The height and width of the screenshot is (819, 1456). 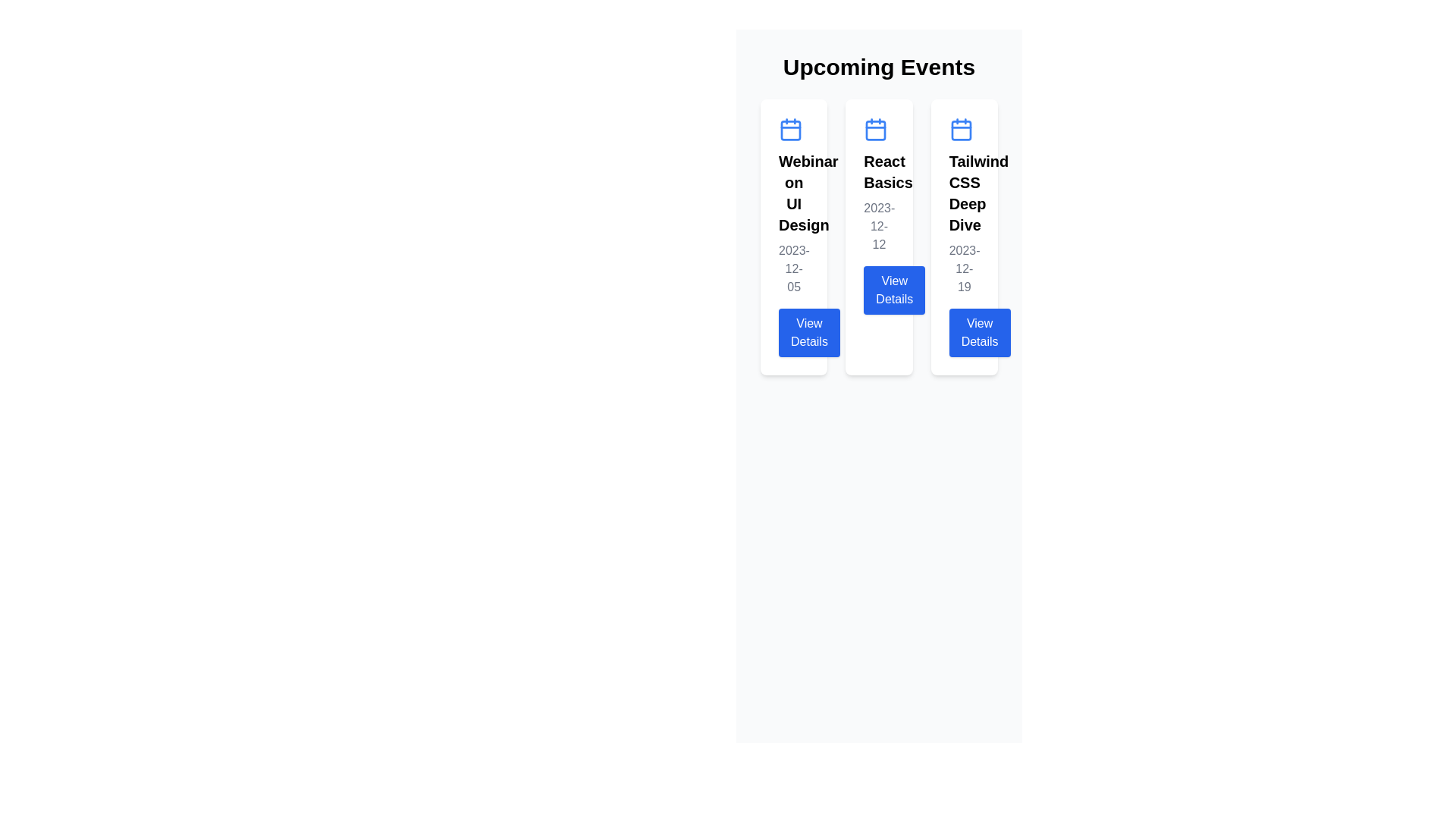 What do you see at coordinates (789, 128) in the screenshot?
I see `calendar icon located at the top of the card titled 'Webinar on UI Design' to understand its symbolic significance` at bounding box center [789, 128].